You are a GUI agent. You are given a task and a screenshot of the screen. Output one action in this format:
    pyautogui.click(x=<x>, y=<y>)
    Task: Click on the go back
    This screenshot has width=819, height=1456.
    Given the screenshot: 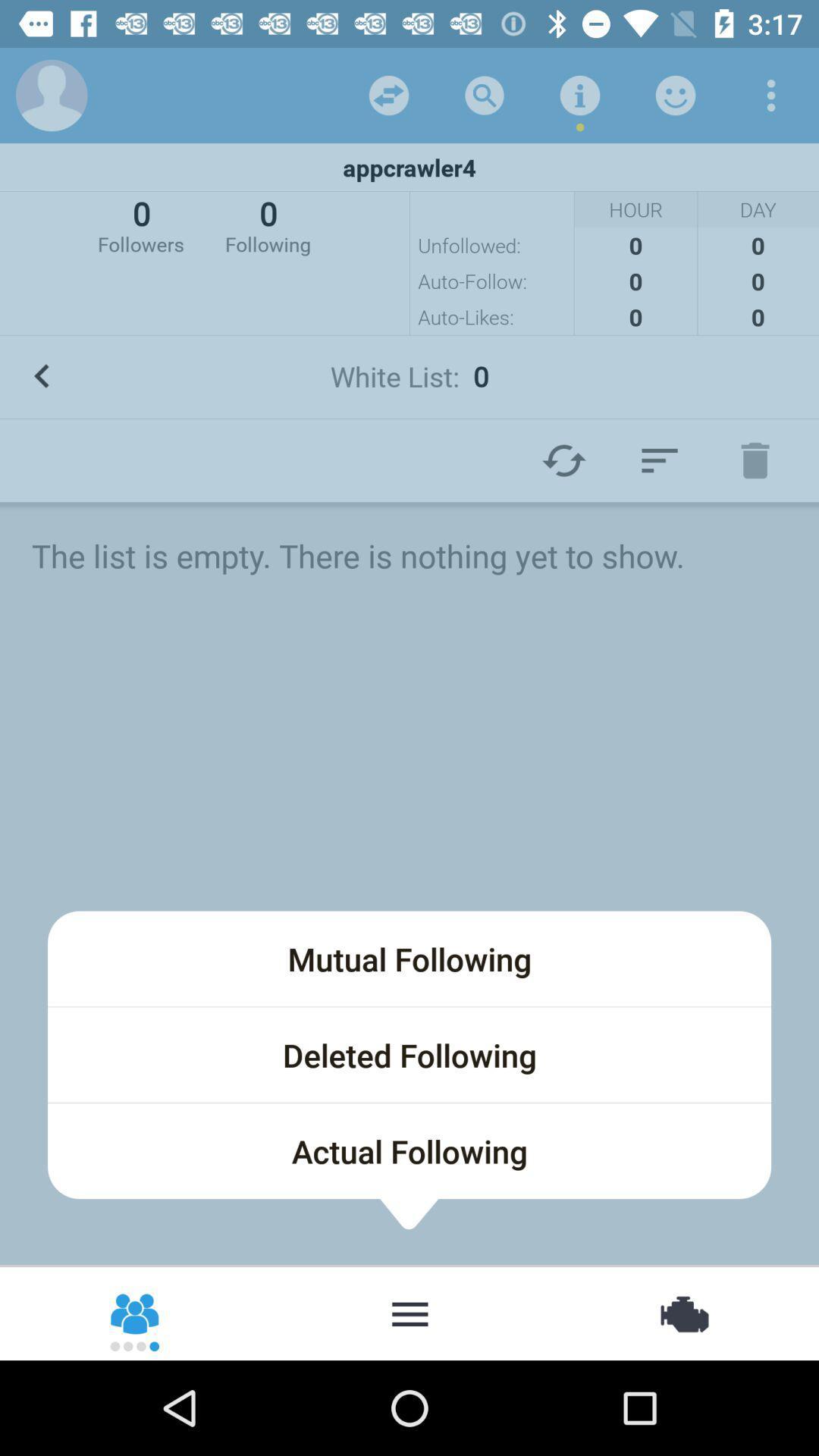 What is the action you would take?
    pyautogui.click(x=771, y=94)
    